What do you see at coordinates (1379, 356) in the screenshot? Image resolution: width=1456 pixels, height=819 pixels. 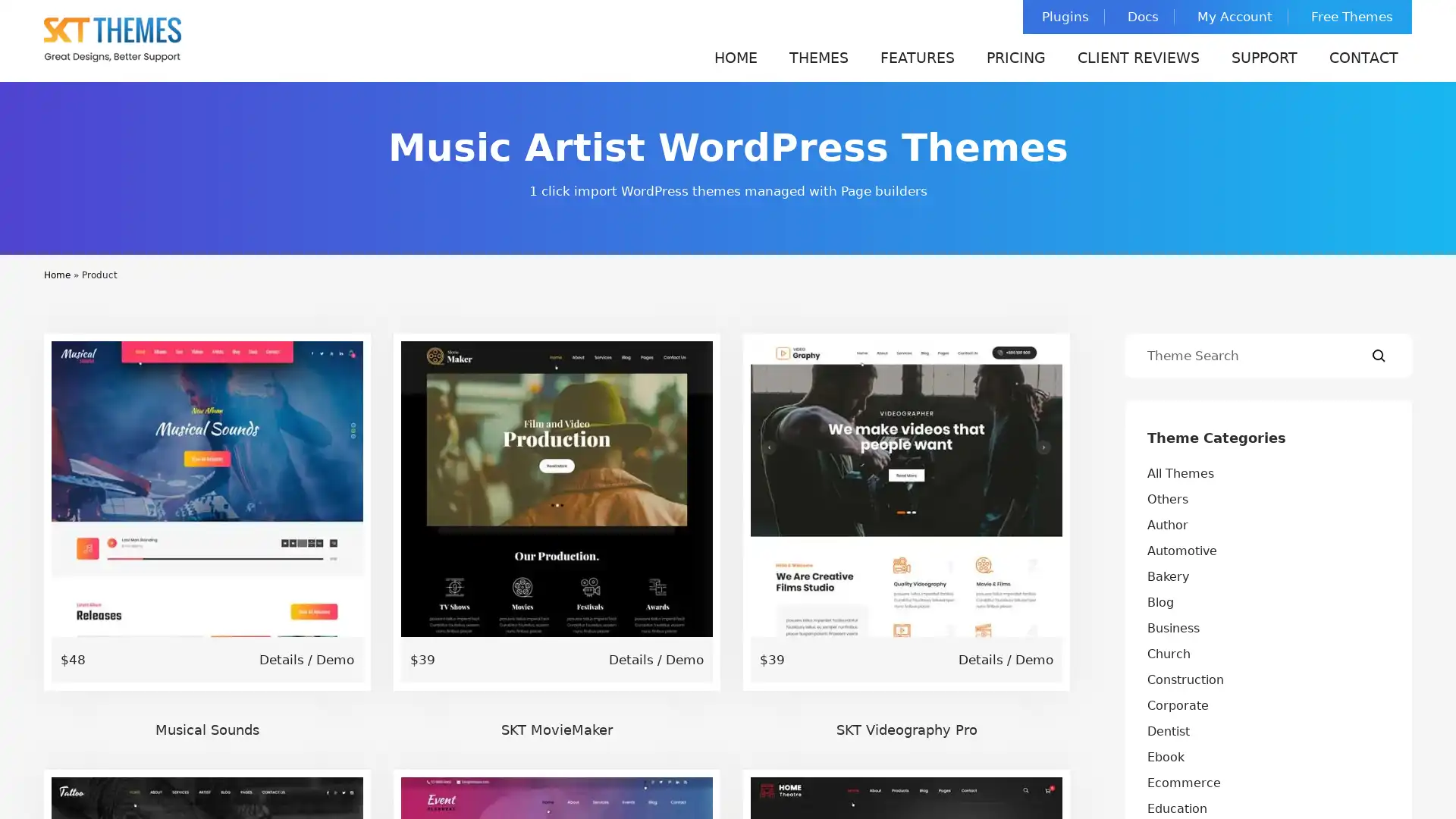 I see `Search` at bounding box center [1379, 356].